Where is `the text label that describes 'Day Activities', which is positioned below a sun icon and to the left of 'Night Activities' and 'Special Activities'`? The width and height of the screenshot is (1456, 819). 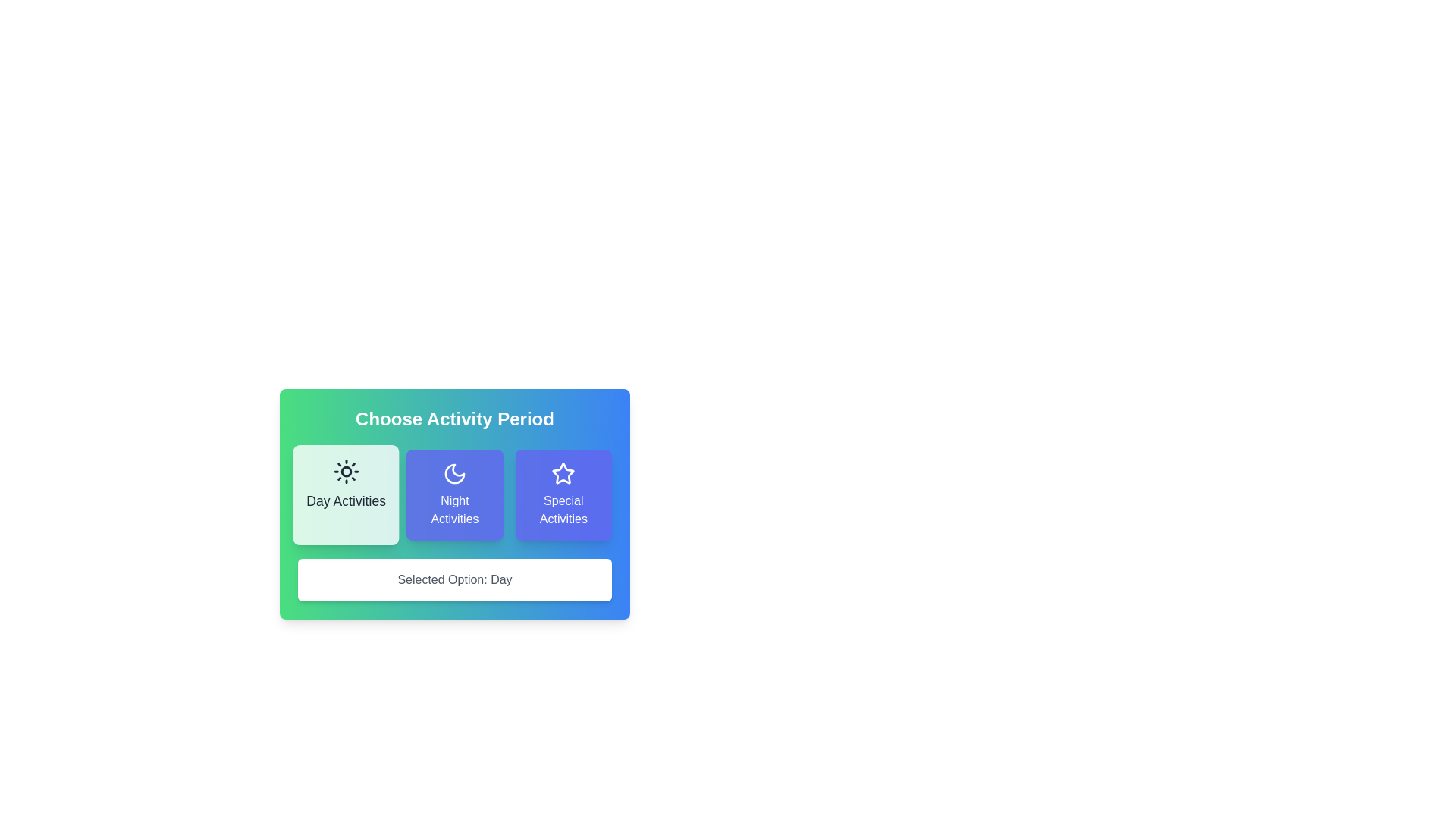
the text label that describes 'Day Activities', which is positioned below a sun icon and to the left of 'Night Activities' and 'Special Activities' is located at coordinates (345, 501).